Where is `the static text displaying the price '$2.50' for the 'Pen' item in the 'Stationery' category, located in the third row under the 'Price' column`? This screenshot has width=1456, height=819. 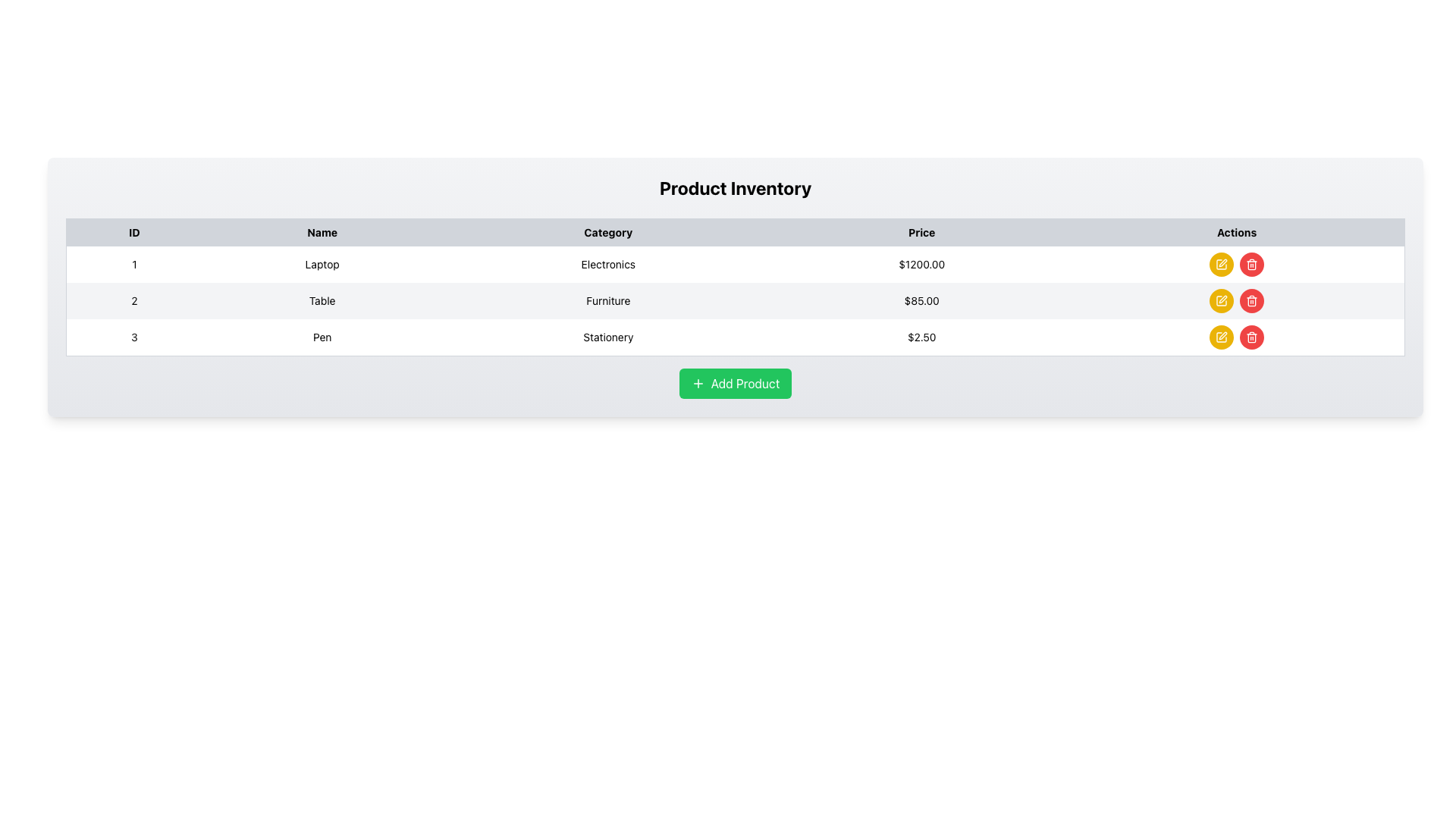
the static text displaying the price '$2.50' for the 'Pen' item in the 'Stationery' category, located in the third row under the 'Price' column is located at coordinates (921, 337).